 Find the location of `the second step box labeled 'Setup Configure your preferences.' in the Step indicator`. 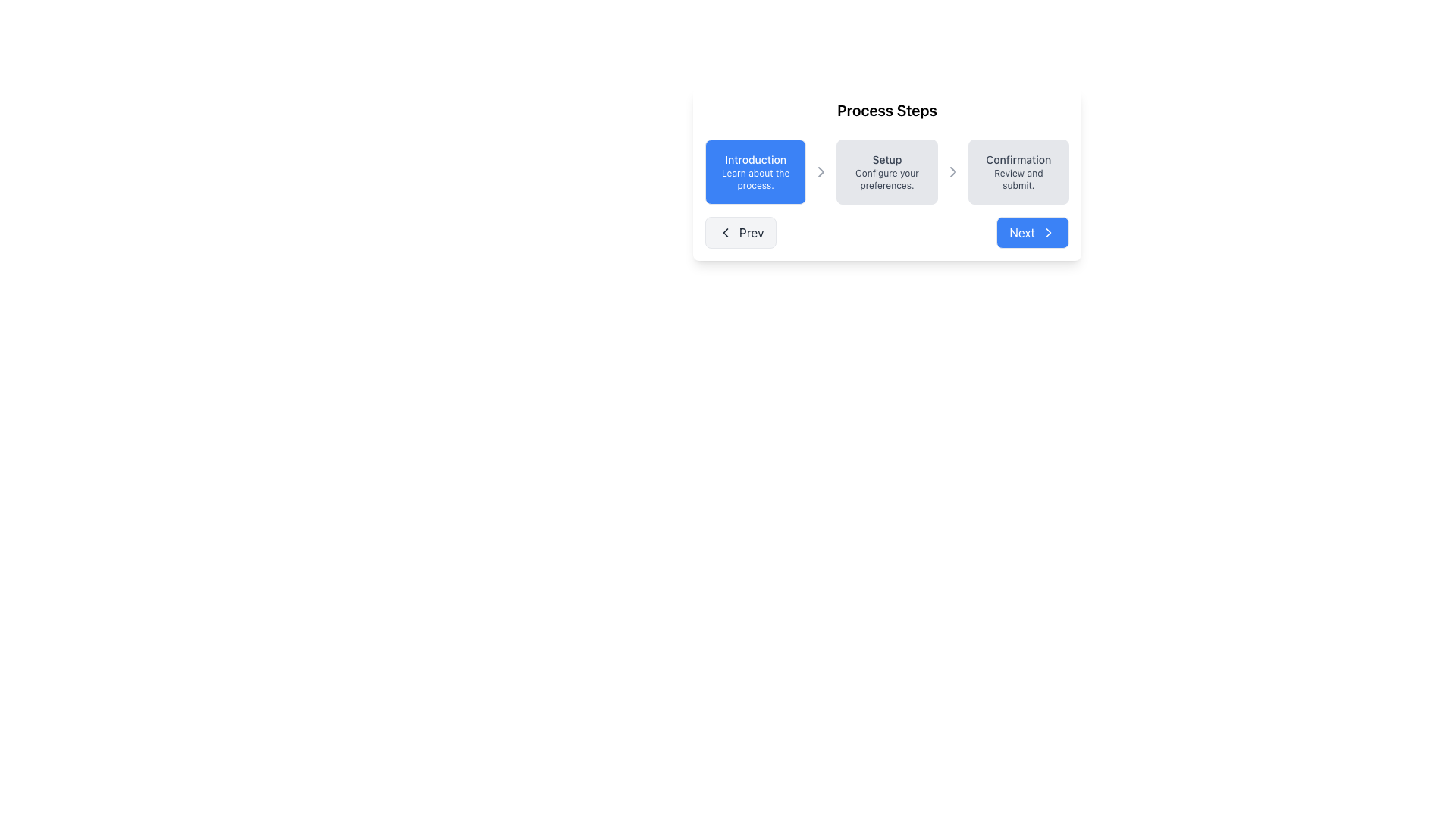

the second step box labeled 'Setup Configure your preferences.' in the Step indicator is located at coordinates (887, 171).